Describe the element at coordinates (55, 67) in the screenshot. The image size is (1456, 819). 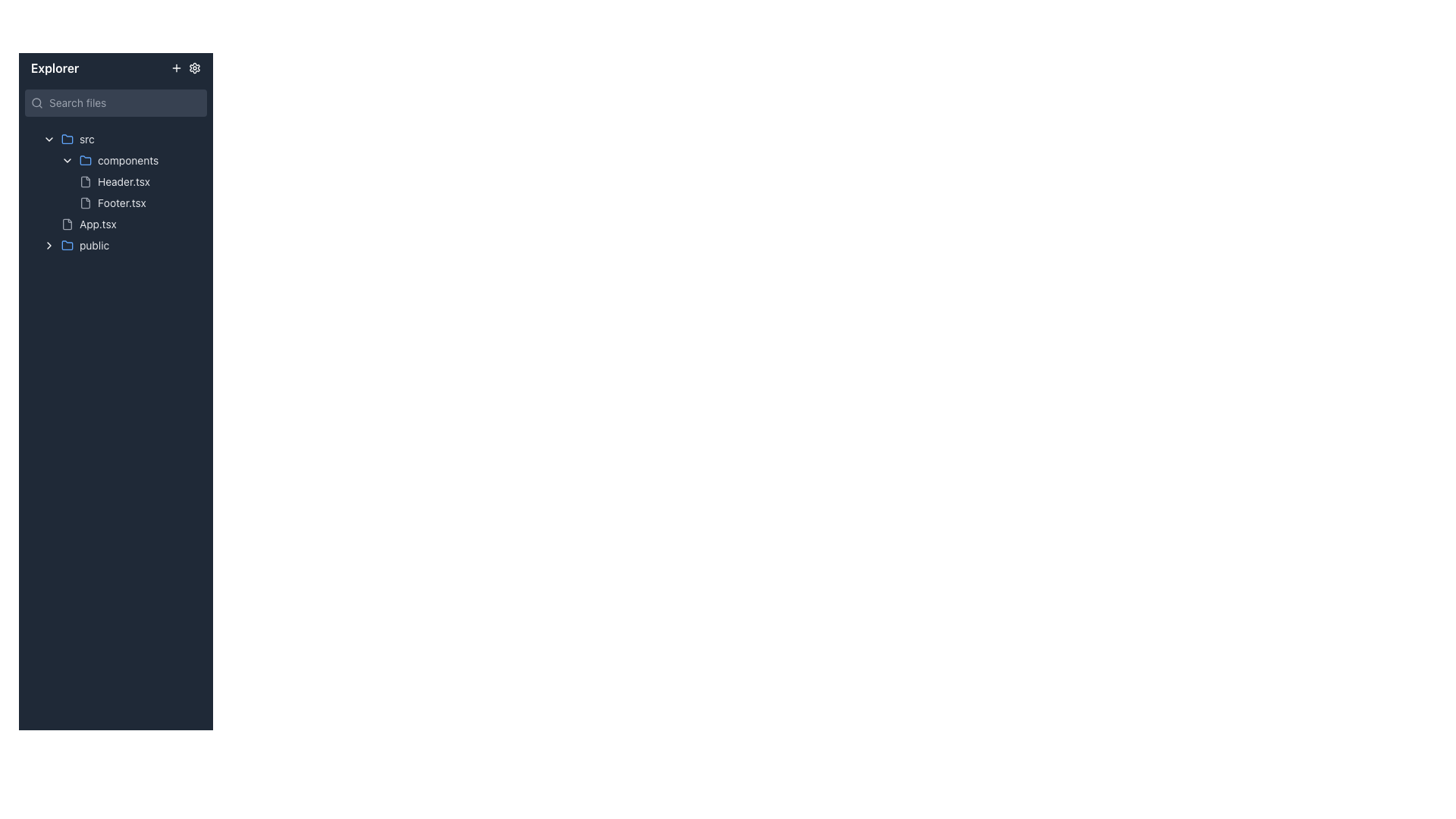
I see `the Text label that serves as a section title in the Explorer application, located in the top-left section of the interface` at that location.